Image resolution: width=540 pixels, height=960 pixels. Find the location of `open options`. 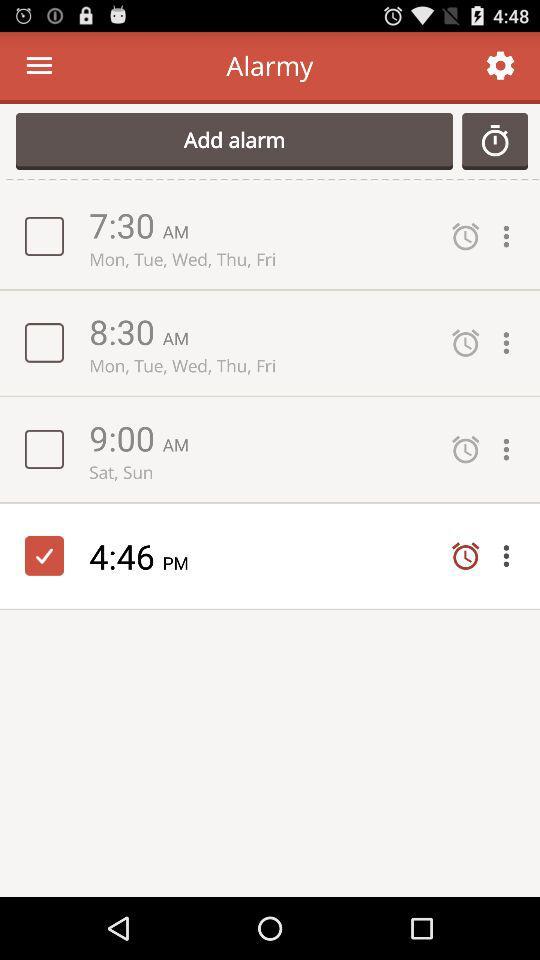

open options is located at coordinates (511, 236).